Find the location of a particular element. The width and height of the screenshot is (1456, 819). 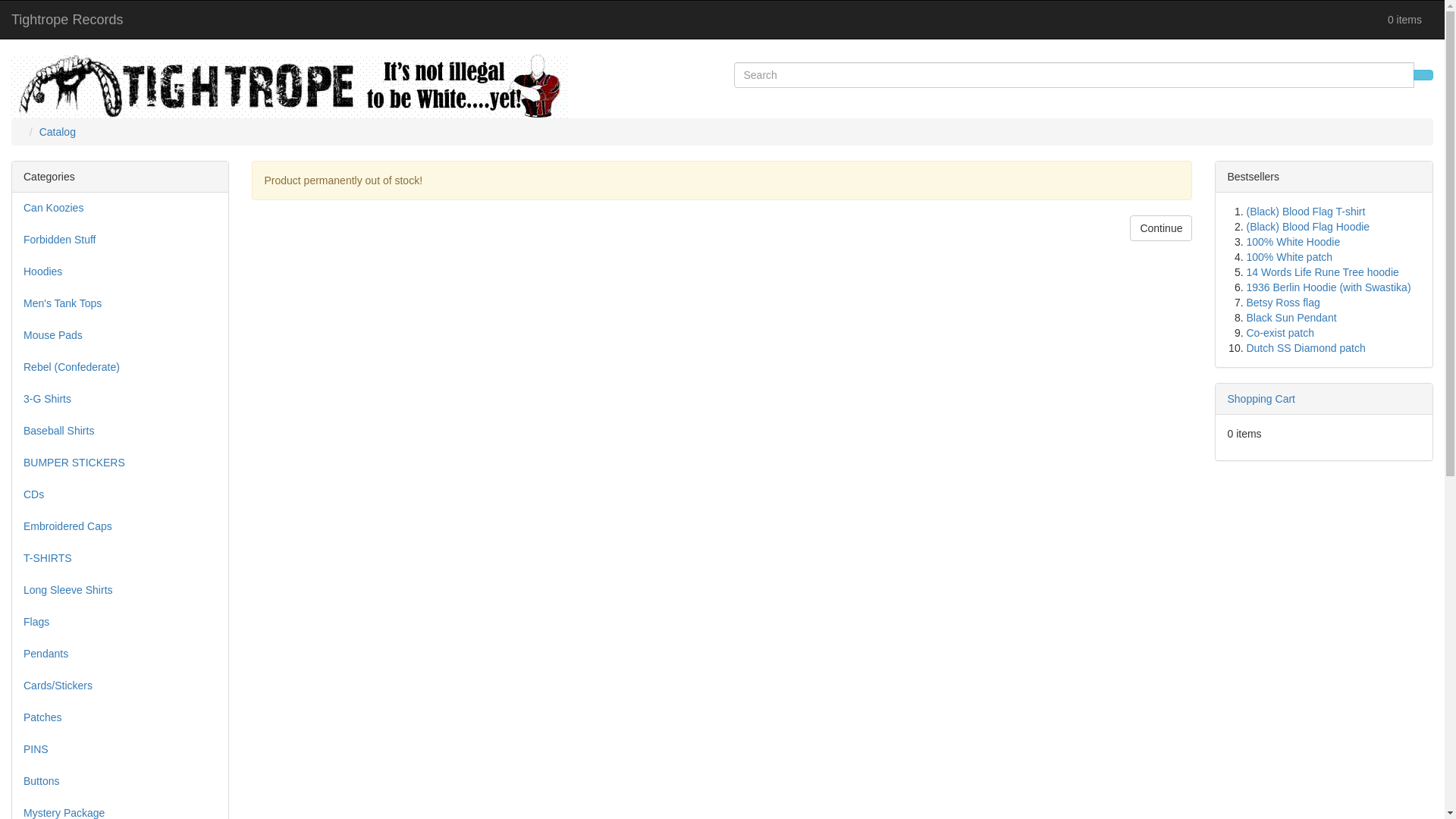

'Patches' is located at coordinates (119, 717).